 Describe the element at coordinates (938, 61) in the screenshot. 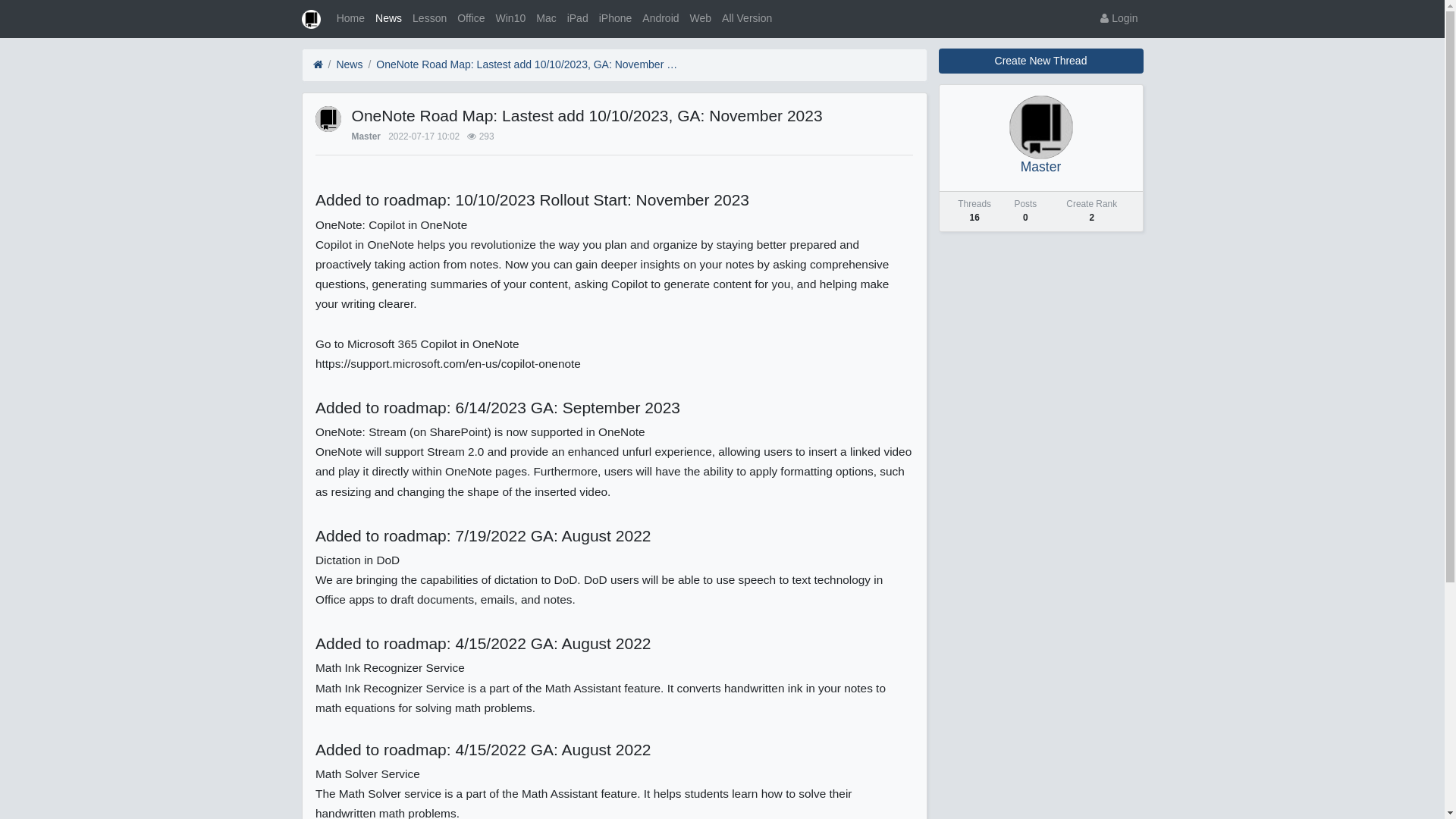

I see `'Create New Thread'` at that location.